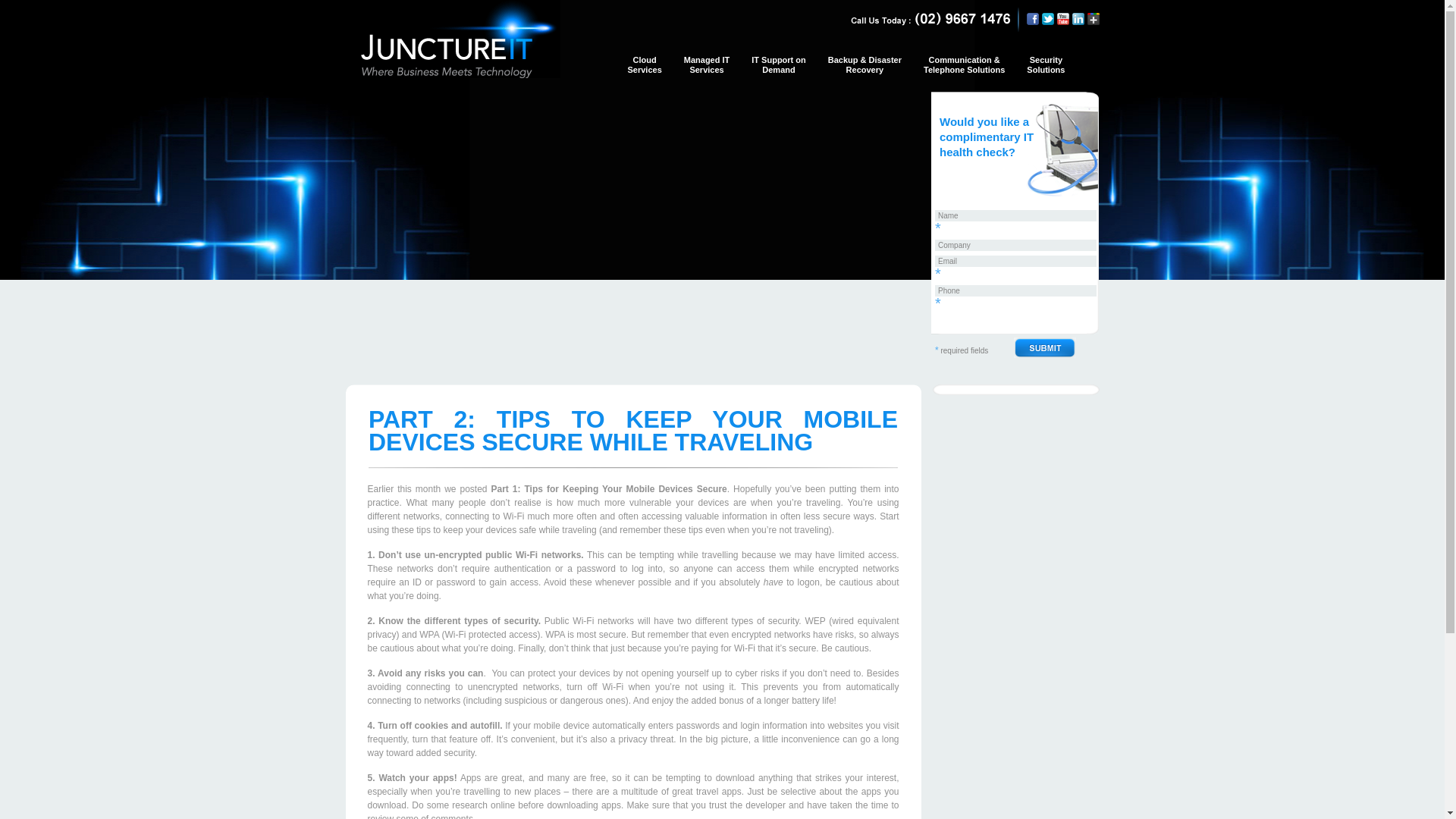 This screenshot has width=1456, height=819. I want to click on 'Backup & Disaster, so click(822, 69).